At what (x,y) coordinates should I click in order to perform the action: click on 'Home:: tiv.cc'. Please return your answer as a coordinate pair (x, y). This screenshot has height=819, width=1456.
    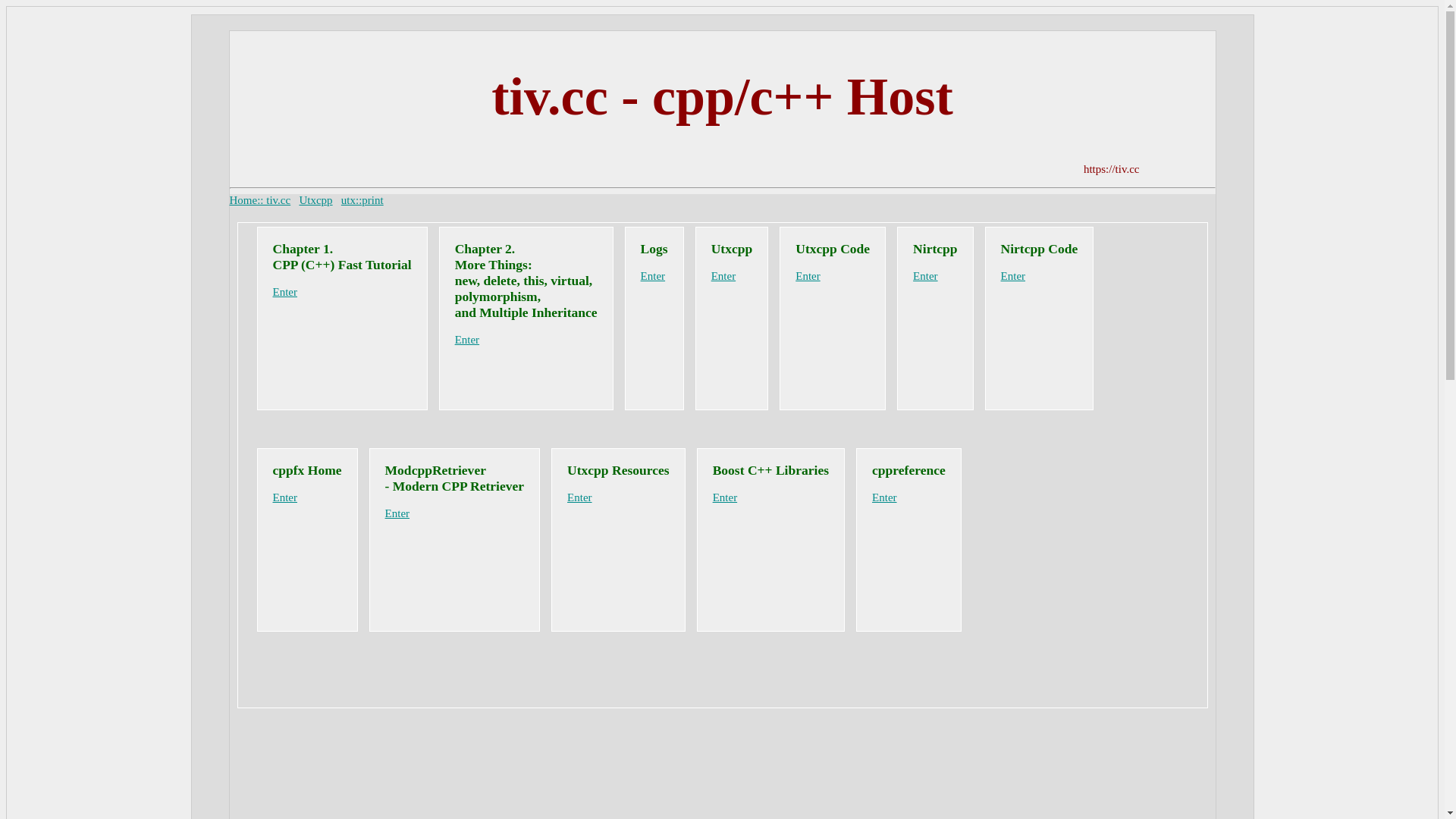
    Looking at the image, I should click on (259, 199).